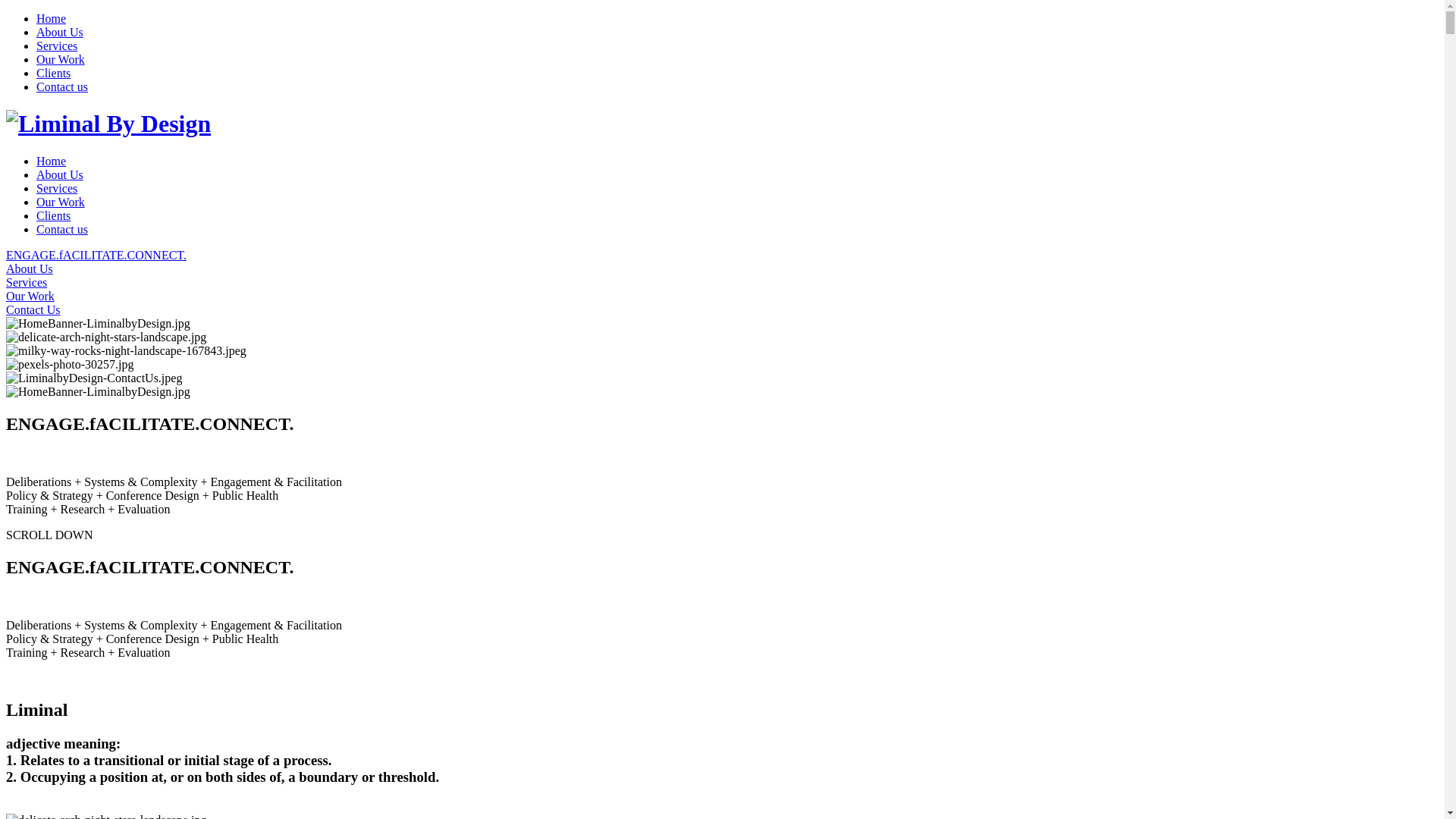  What do you see at coordinates (57, 187) in the screenshot?
I see `'Services'` at bounding box center [57, 187].